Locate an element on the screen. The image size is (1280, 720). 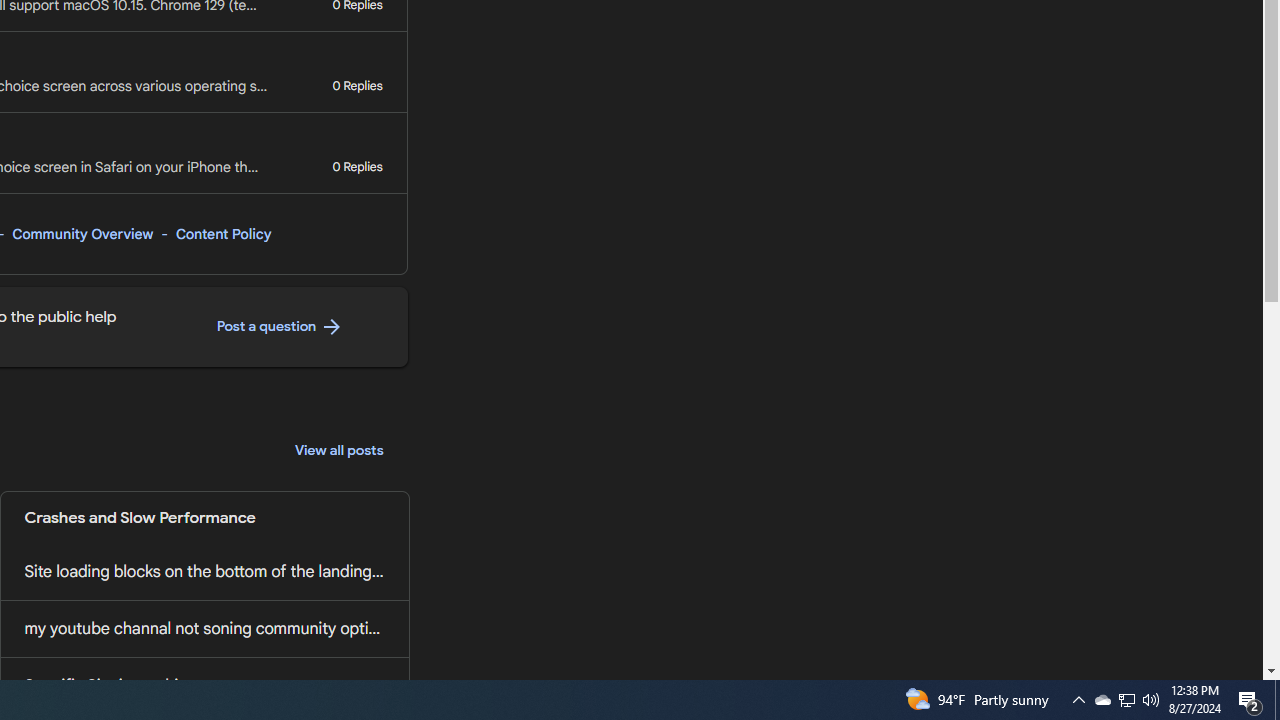
'Content Policy' is located at coordinates (223, 233).